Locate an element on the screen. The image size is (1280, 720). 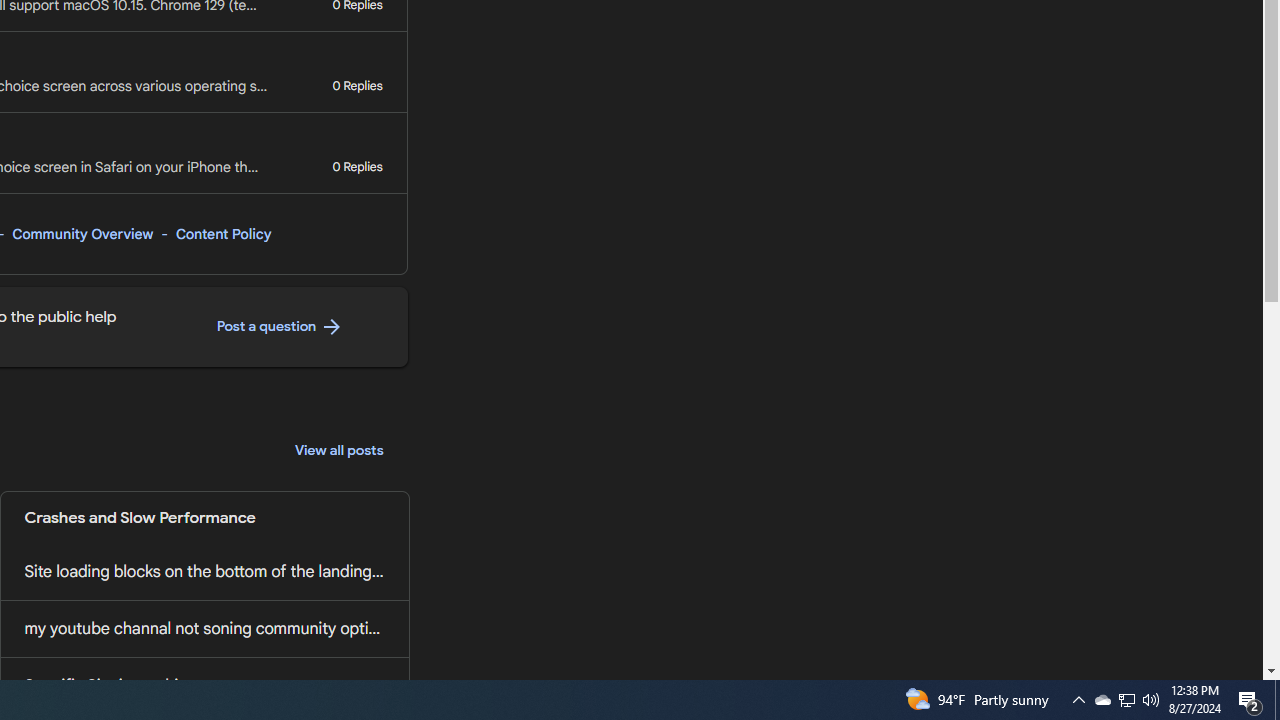
'Content Policy' is located at coordinates (223, 233).